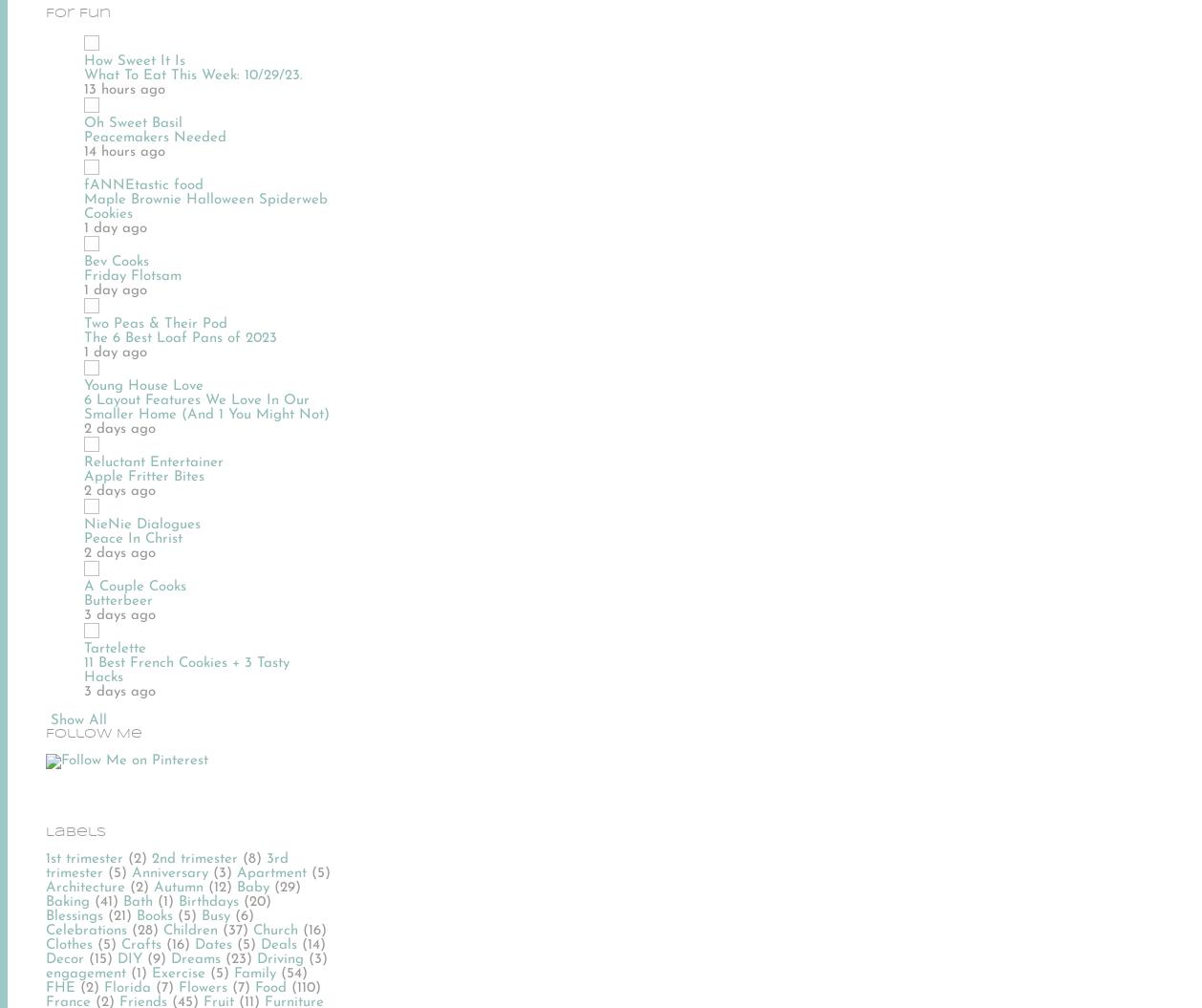 Image resolution: width=1202 pixels, height=1008 pixels. I want to click on '(8)', so click(252, 857).